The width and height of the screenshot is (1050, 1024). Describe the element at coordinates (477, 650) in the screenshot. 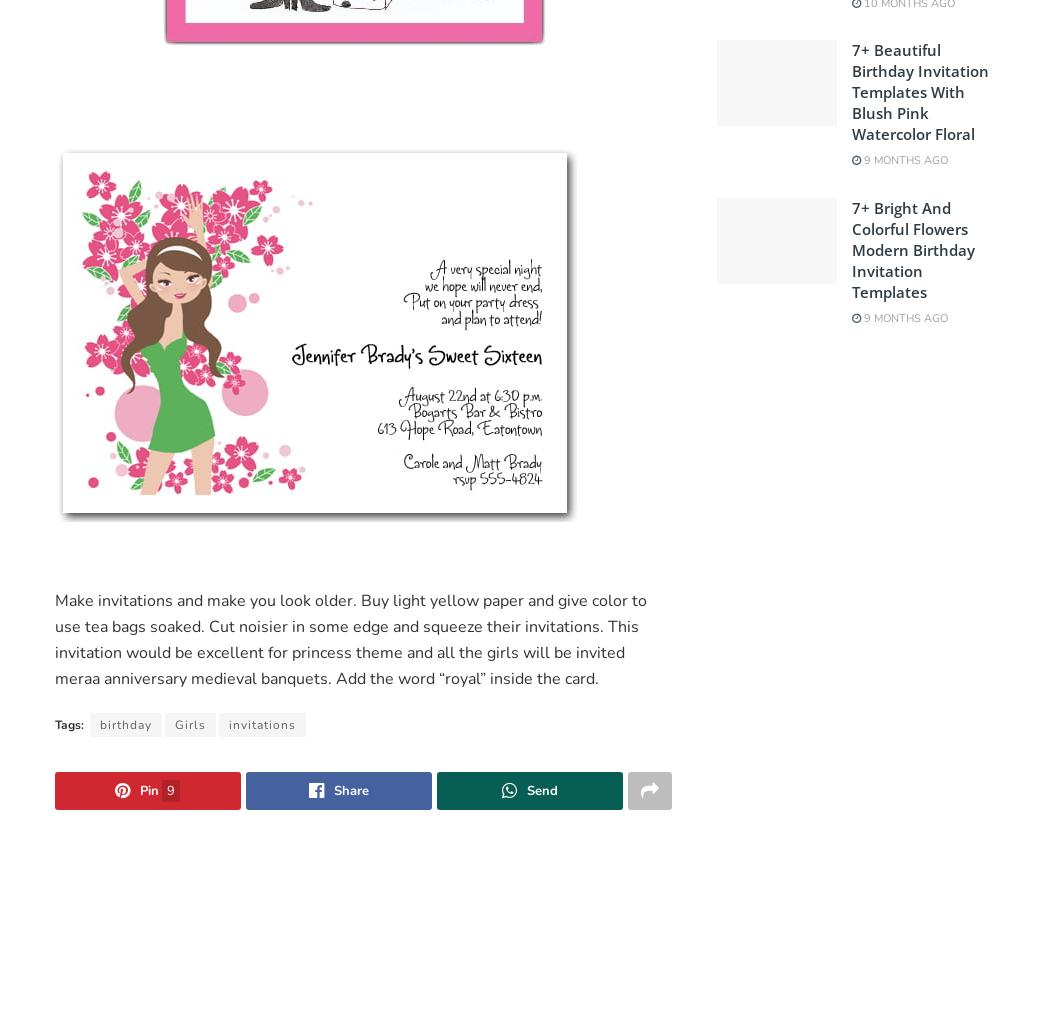

I see `'all the girls'` at that location.